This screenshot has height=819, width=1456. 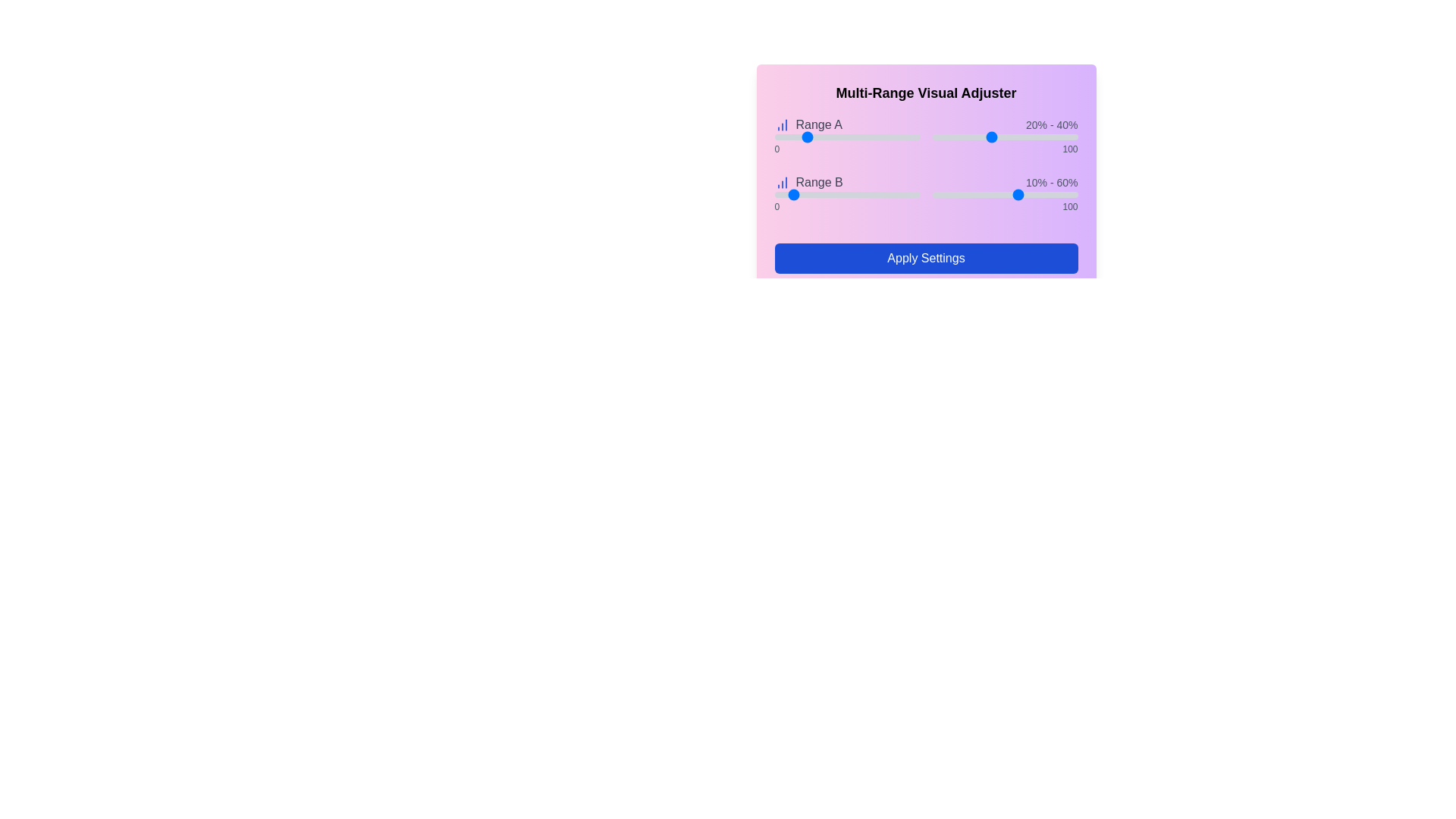 I want to click on the Range B slider position, so click(x=888, y=194).